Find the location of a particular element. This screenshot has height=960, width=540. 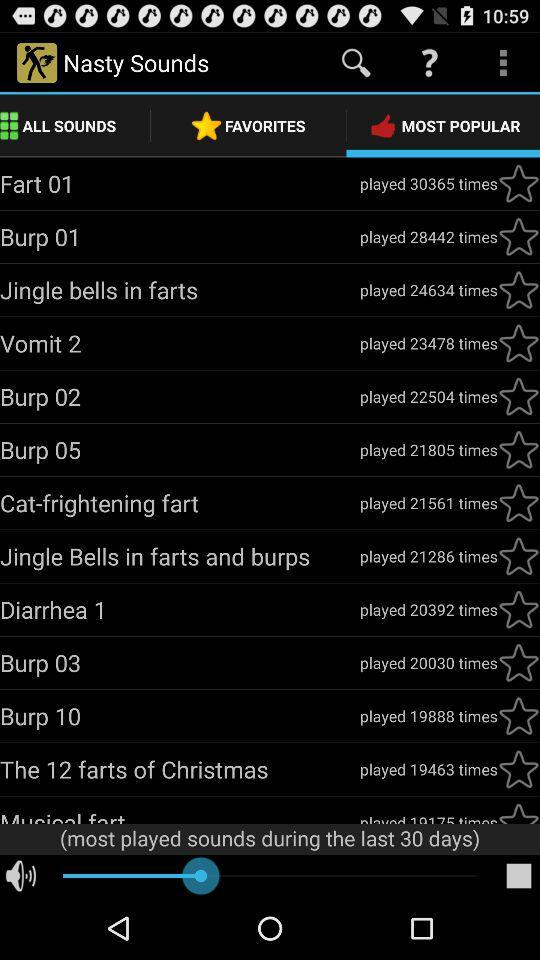

star article is located at coordinates (518, 343).